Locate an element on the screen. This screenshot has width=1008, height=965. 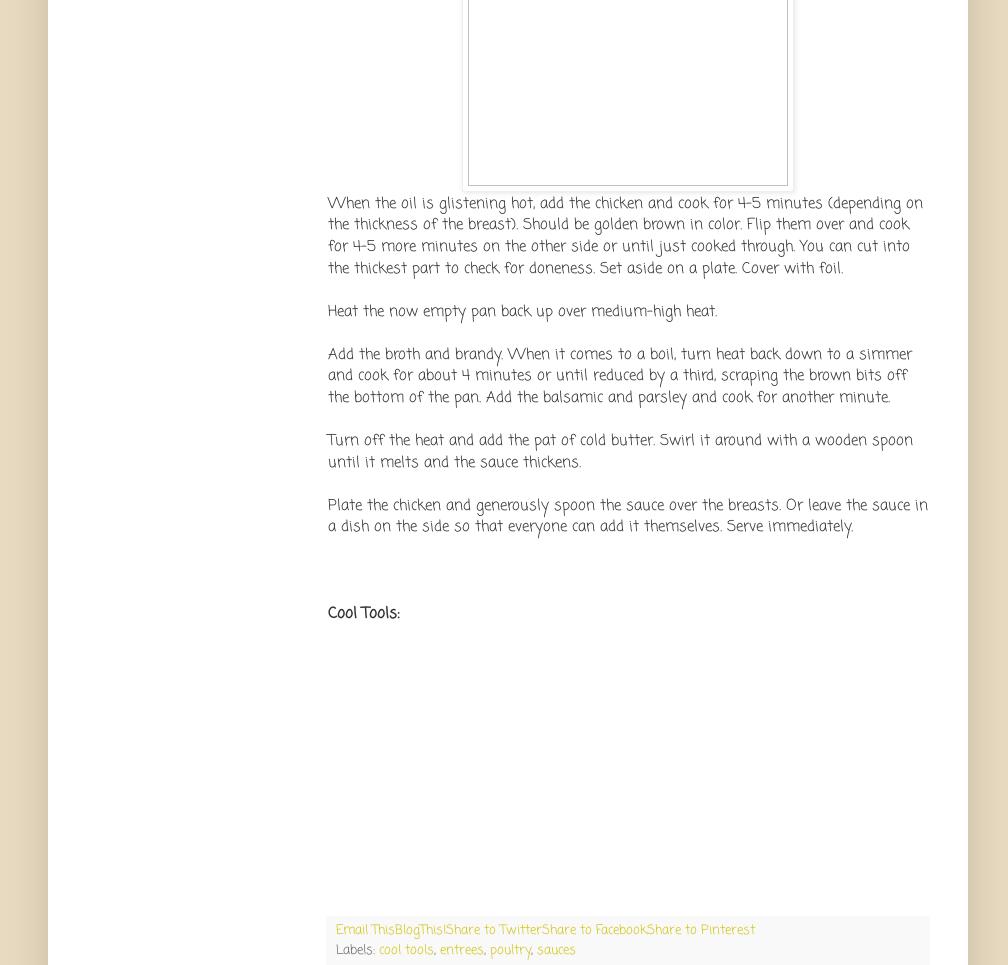
'Turn off the heat and add the pat of cold butter. Swirl it around with a wooden spoon until it melts and the sauce thickens.' is located at coordinates (620, 450).